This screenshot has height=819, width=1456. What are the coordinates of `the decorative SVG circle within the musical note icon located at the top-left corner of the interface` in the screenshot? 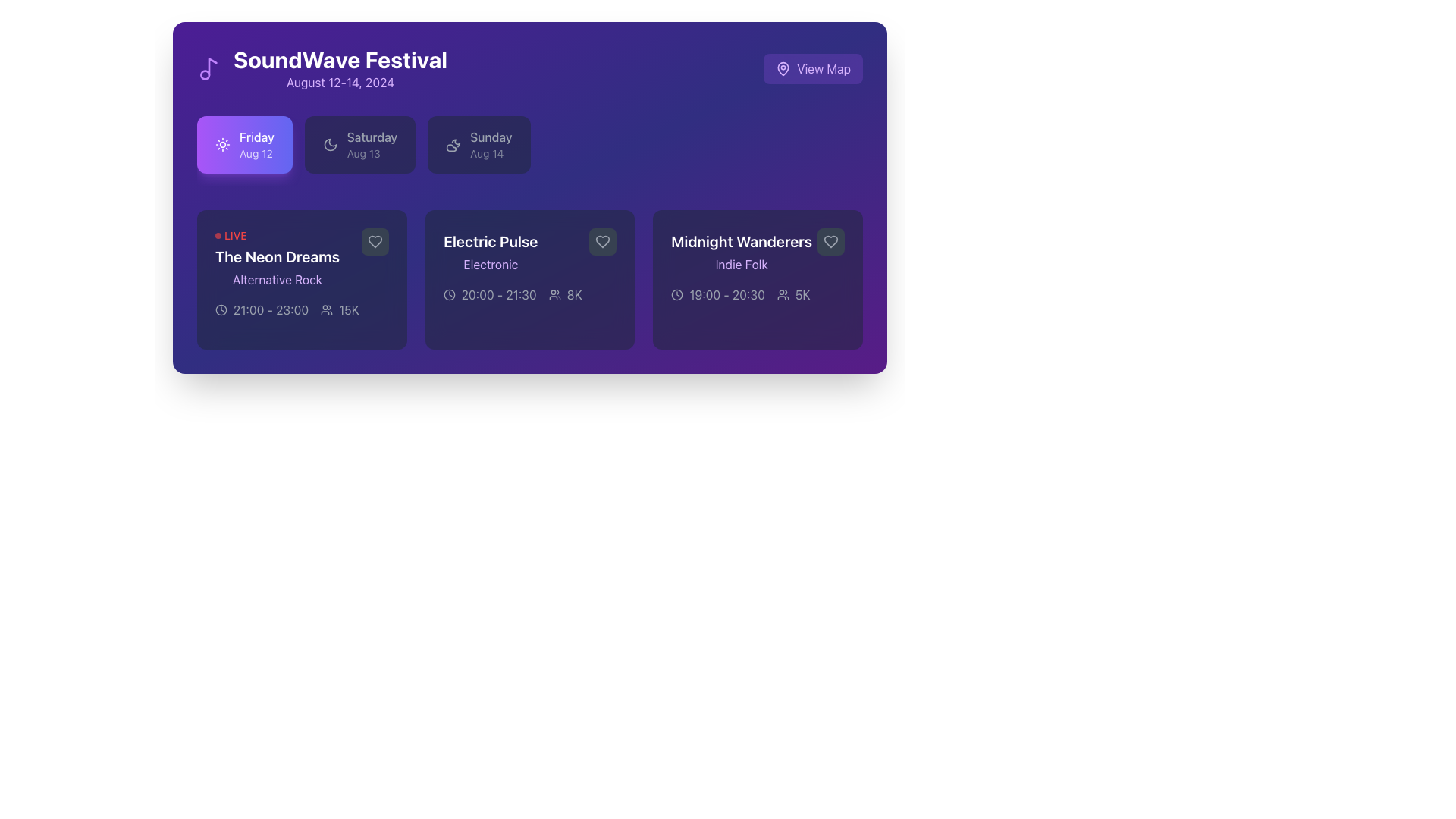 It's located at (204, 75).